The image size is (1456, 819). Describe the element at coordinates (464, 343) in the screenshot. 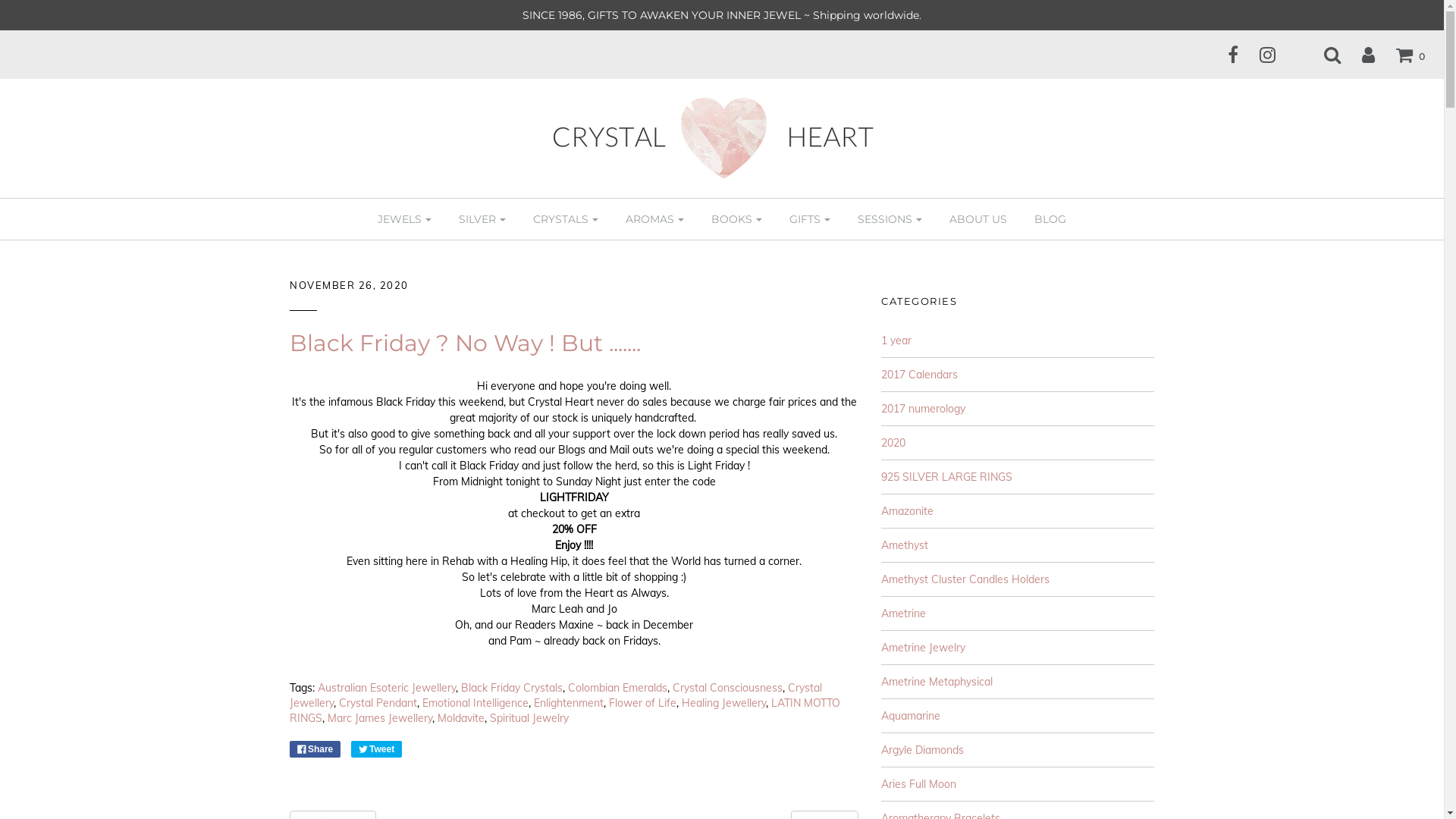

I see `'Black Friday ? No Way ! But .......'` at that location.